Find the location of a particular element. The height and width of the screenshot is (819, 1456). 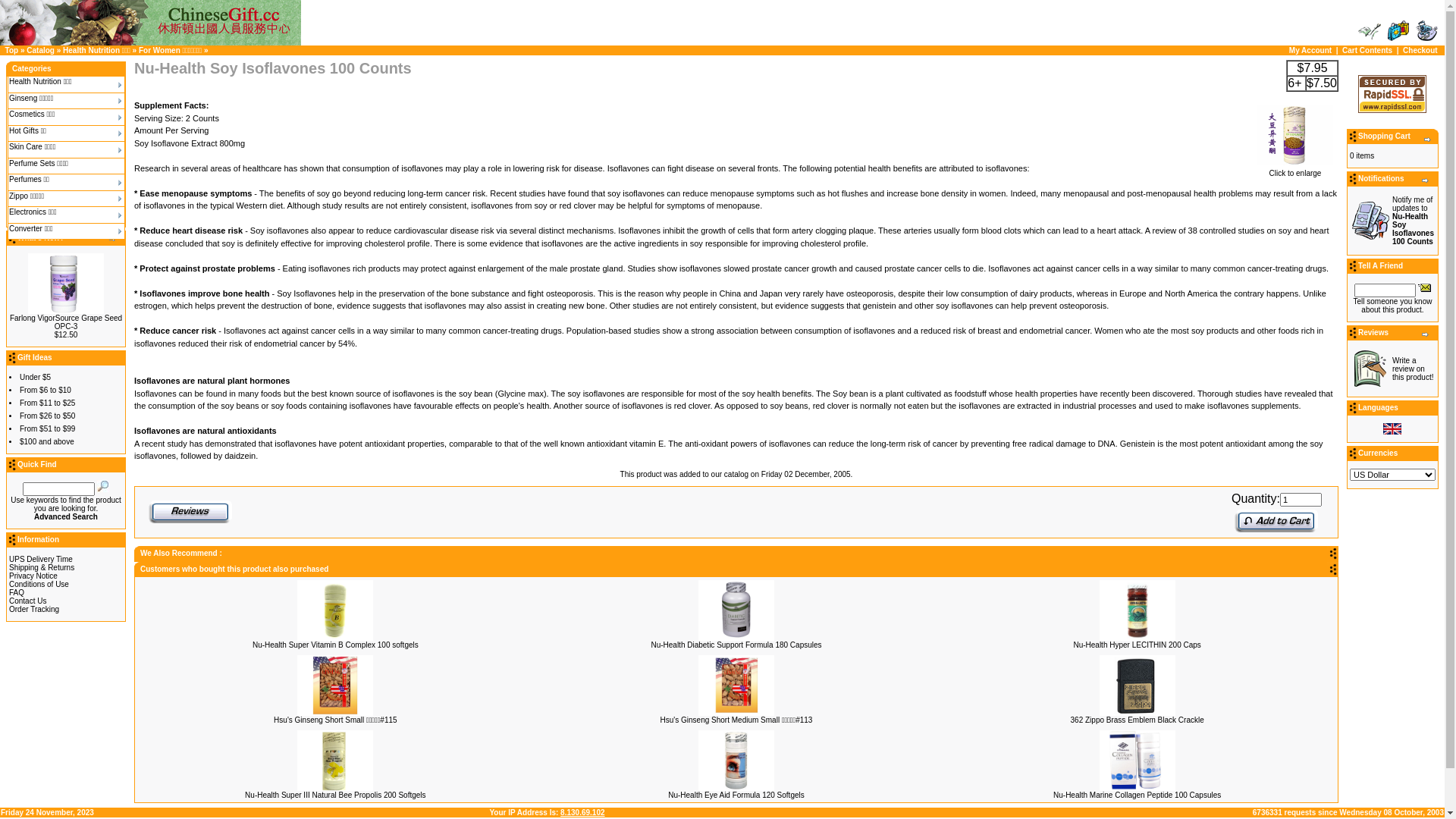

'Nu-Health Marine Collagen Peptide 100 Capsules' is located at coordinates (1052, 793).